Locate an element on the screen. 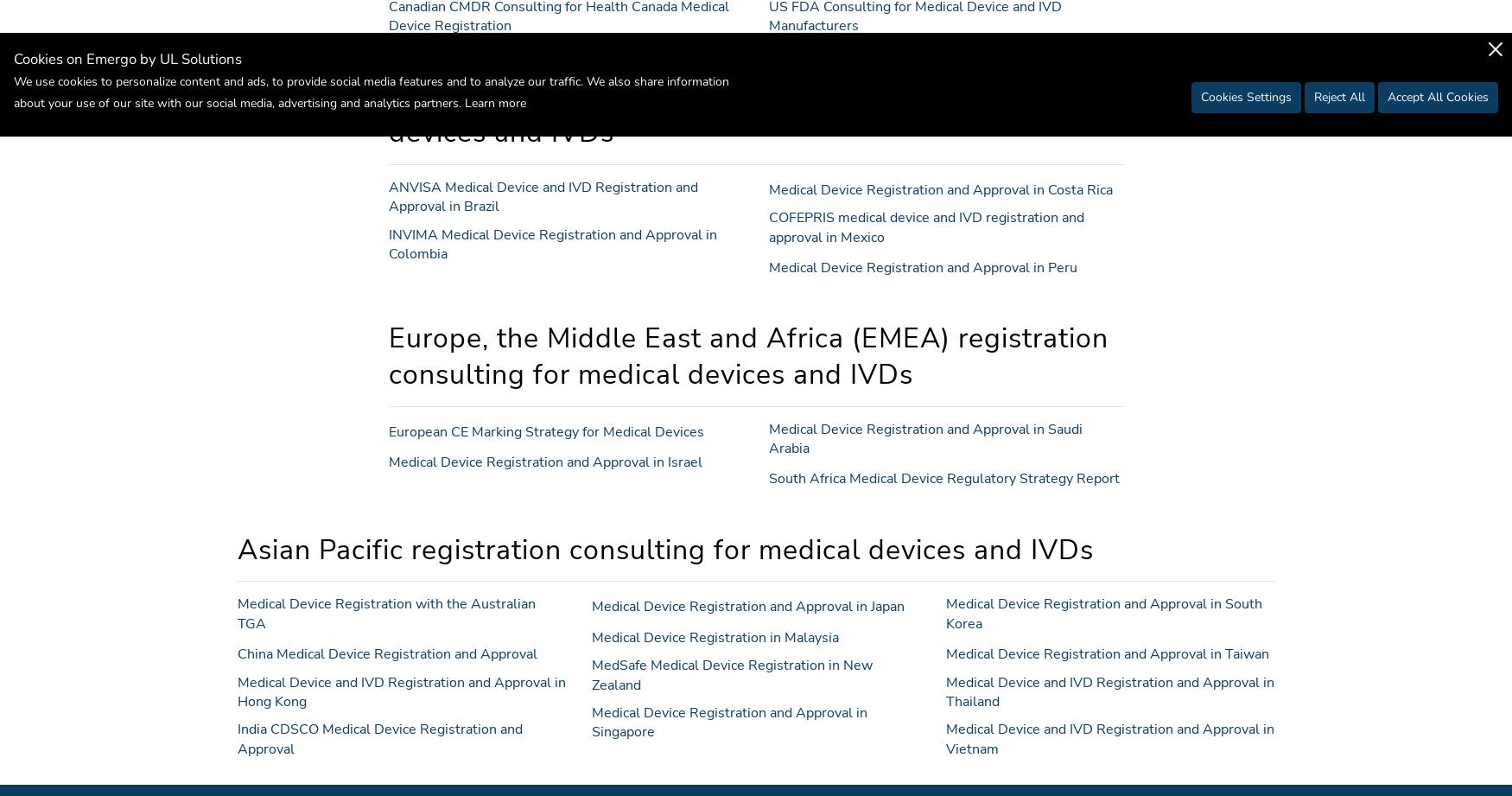  'to top' is located at coordinates (1459, 182).